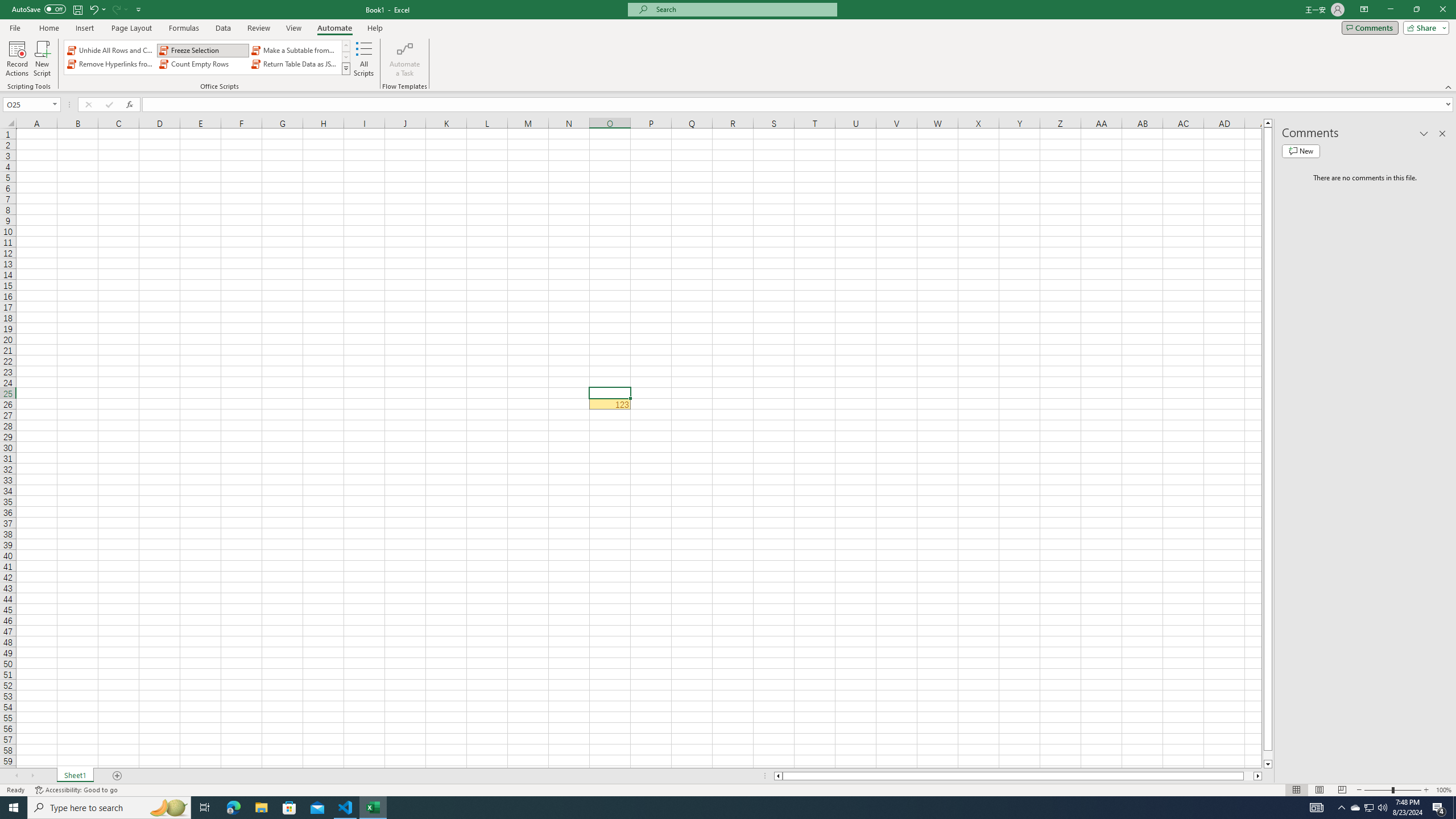 The height and width of the screenshot is (819, 1456). Describe the element at coordinates (1392, 790) in the screenshot. I see `'Zoom'` at that location.